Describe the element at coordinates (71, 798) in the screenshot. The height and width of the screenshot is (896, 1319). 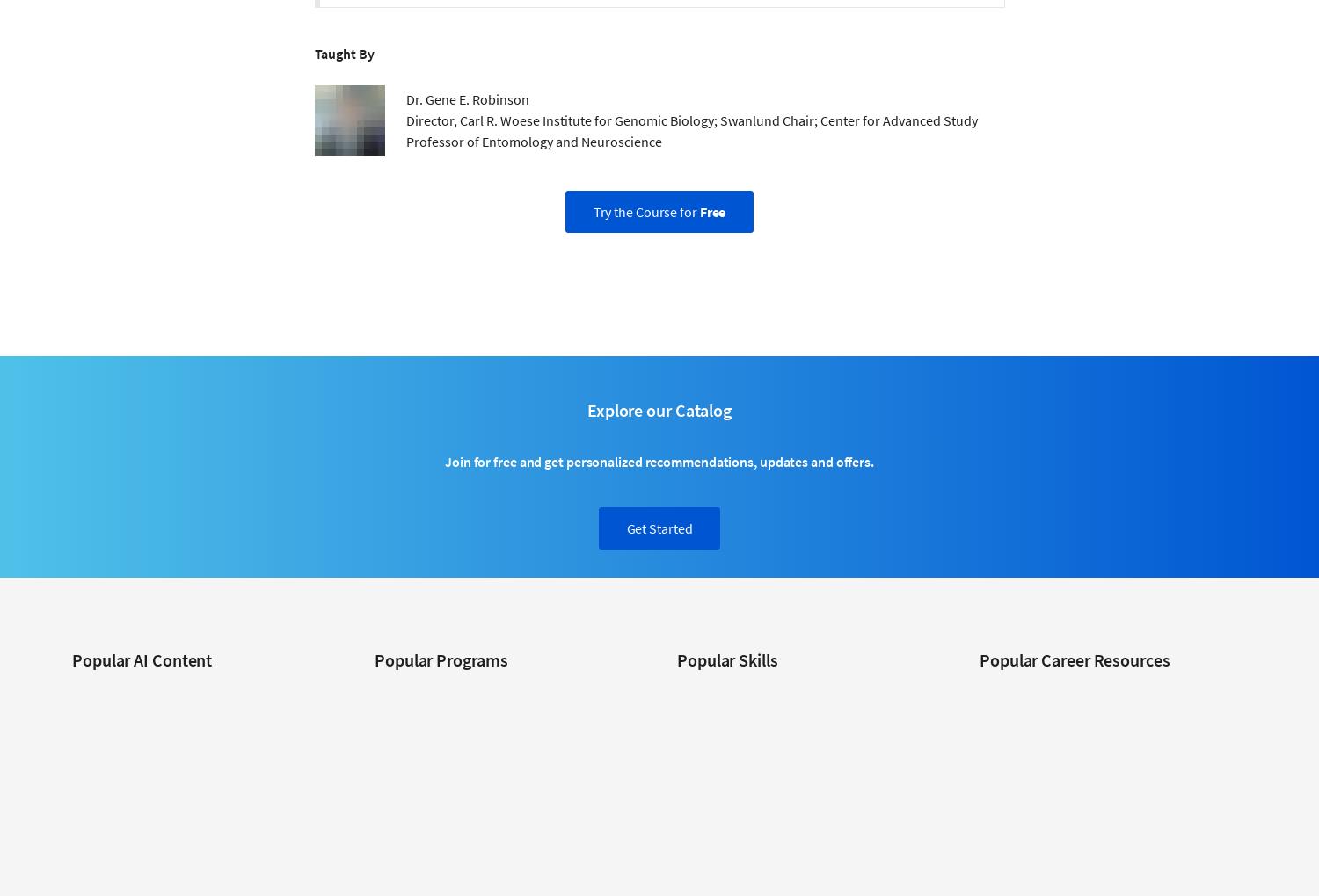
I see `'Generative AI for Everyone'` at that location.